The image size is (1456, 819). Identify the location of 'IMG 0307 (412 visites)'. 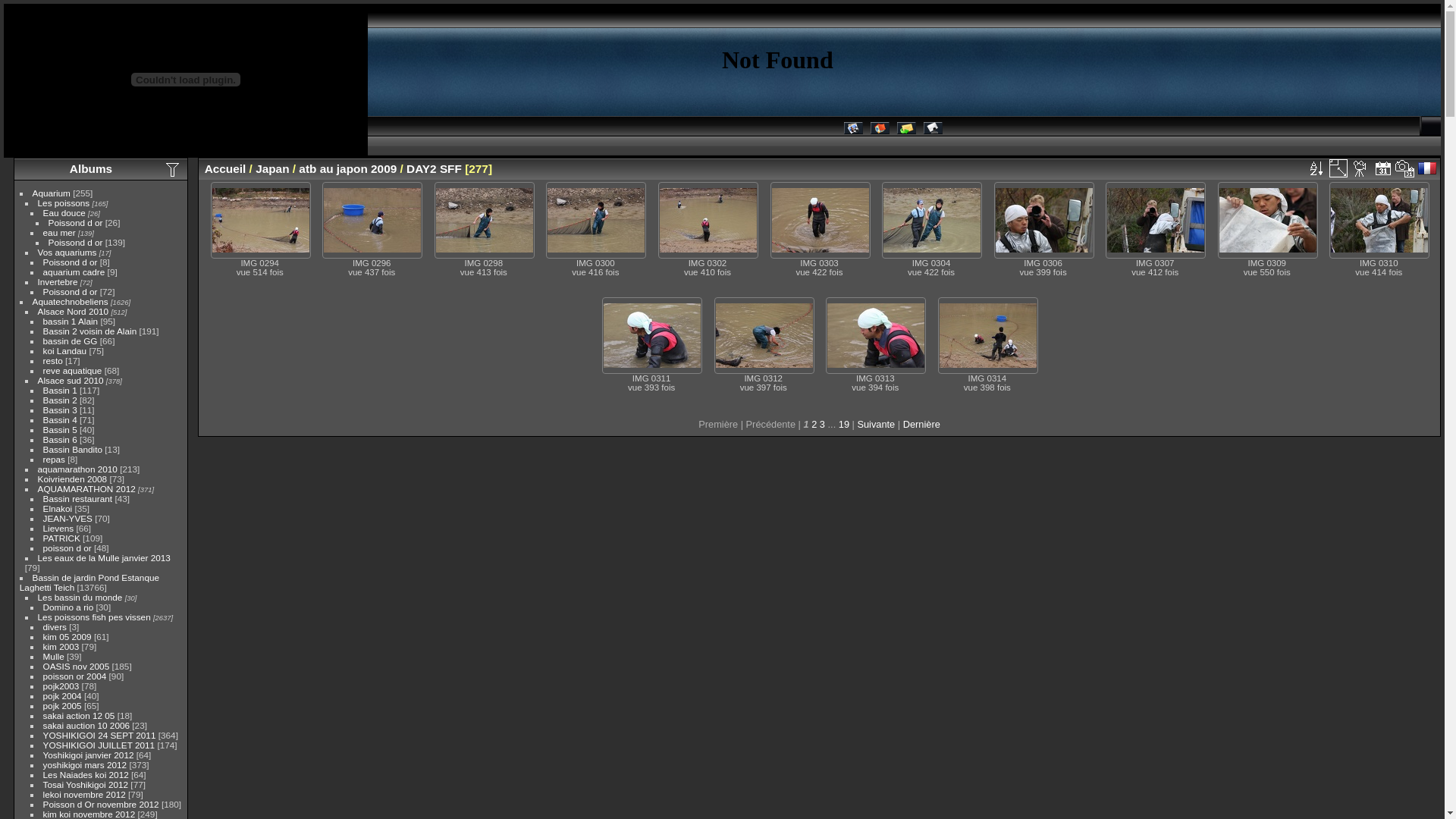
(1106, 220).